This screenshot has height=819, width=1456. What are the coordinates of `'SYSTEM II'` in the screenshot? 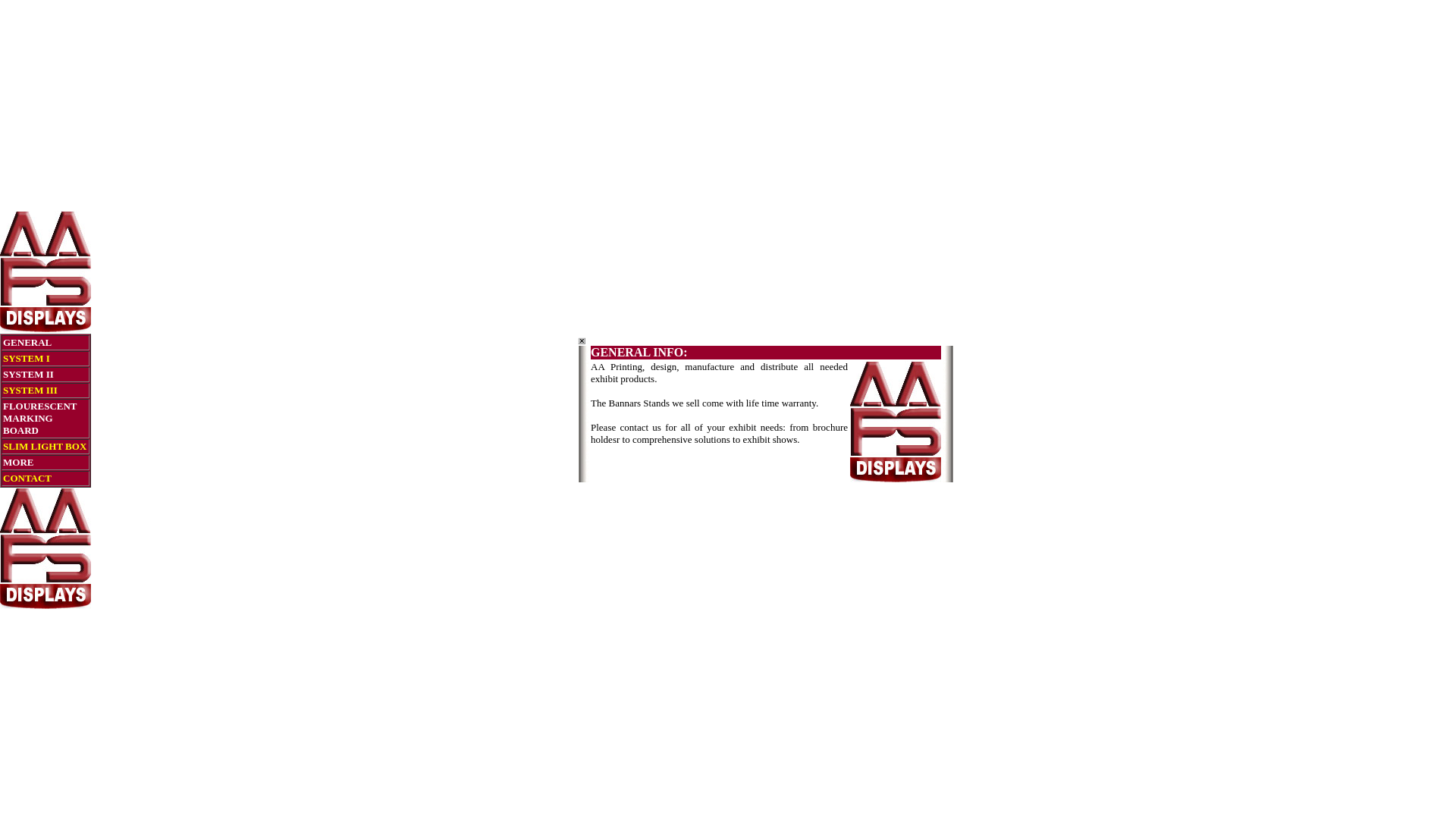 It's located at (28, 373).